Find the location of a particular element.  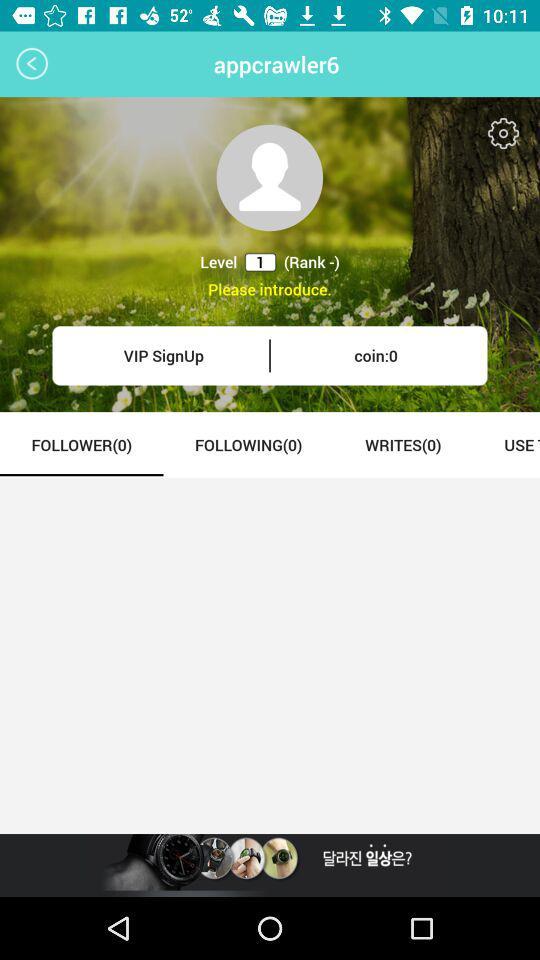

item next to the following(0) item is located at coordinates (80, 444).